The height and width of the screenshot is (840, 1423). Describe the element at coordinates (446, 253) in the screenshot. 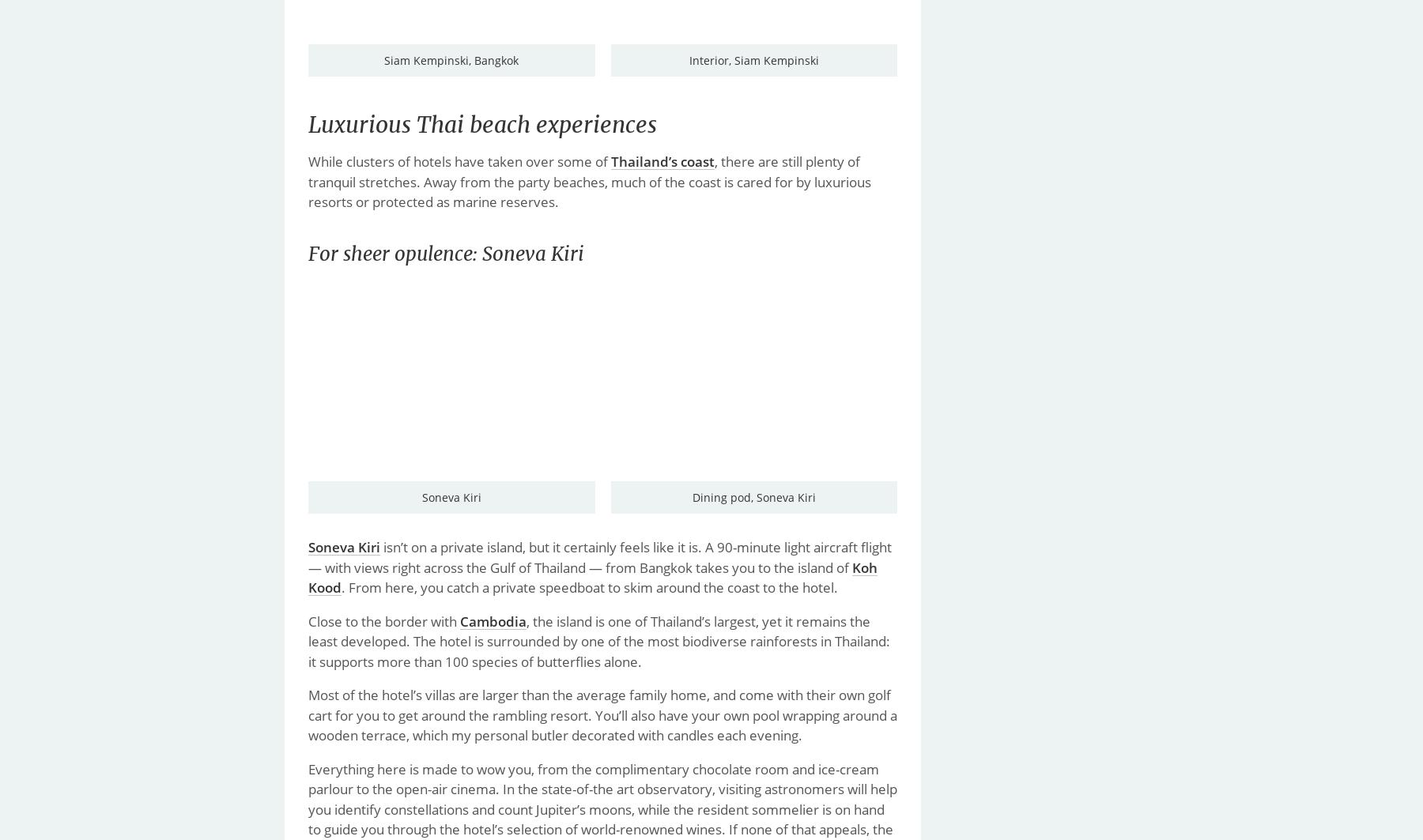

I see `'For sheer opulence: Soneva Kiri'` at that location.